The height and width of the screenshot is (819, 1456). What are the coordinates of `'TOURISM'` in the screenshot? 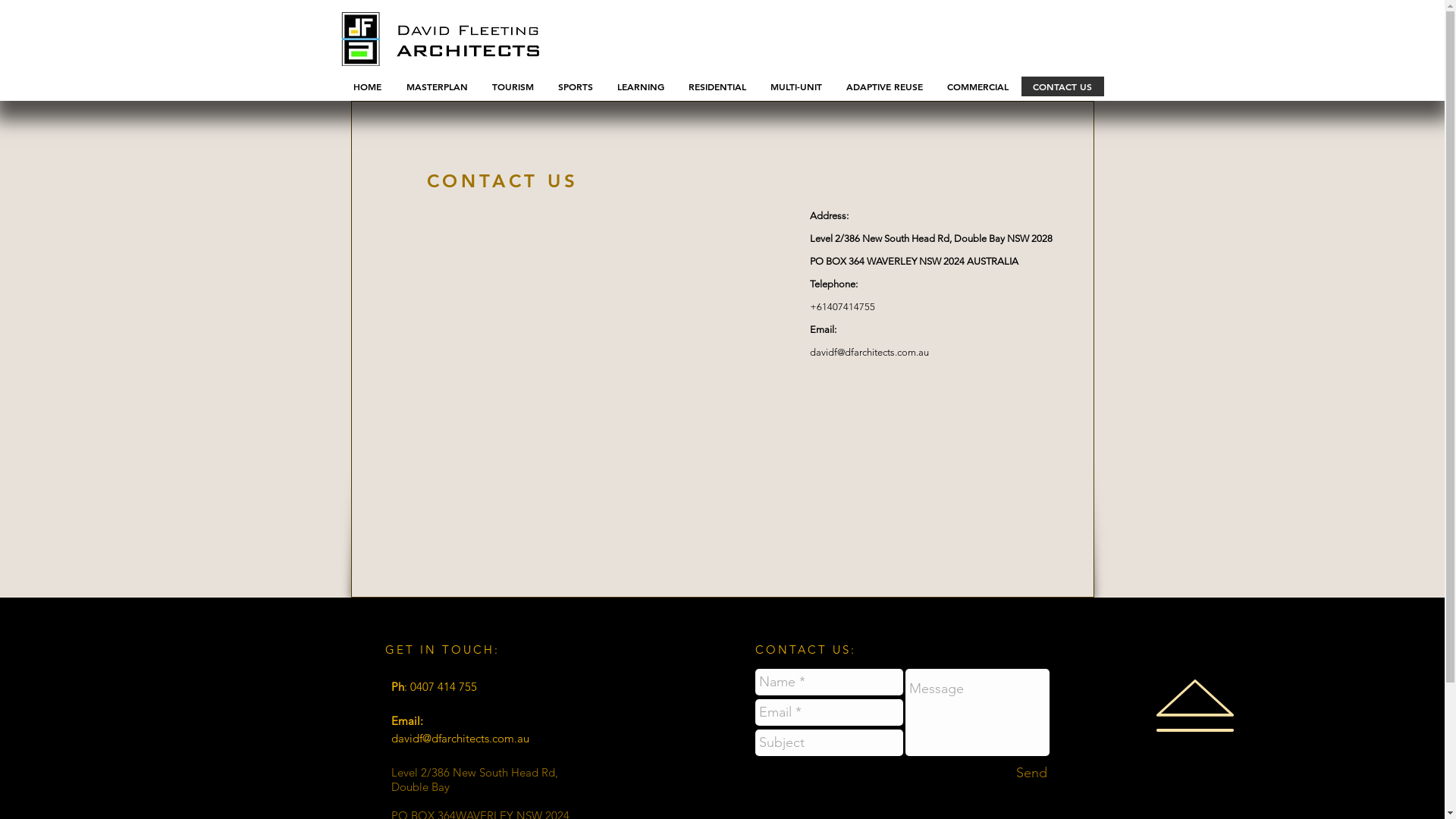 It's located at (512, 86).